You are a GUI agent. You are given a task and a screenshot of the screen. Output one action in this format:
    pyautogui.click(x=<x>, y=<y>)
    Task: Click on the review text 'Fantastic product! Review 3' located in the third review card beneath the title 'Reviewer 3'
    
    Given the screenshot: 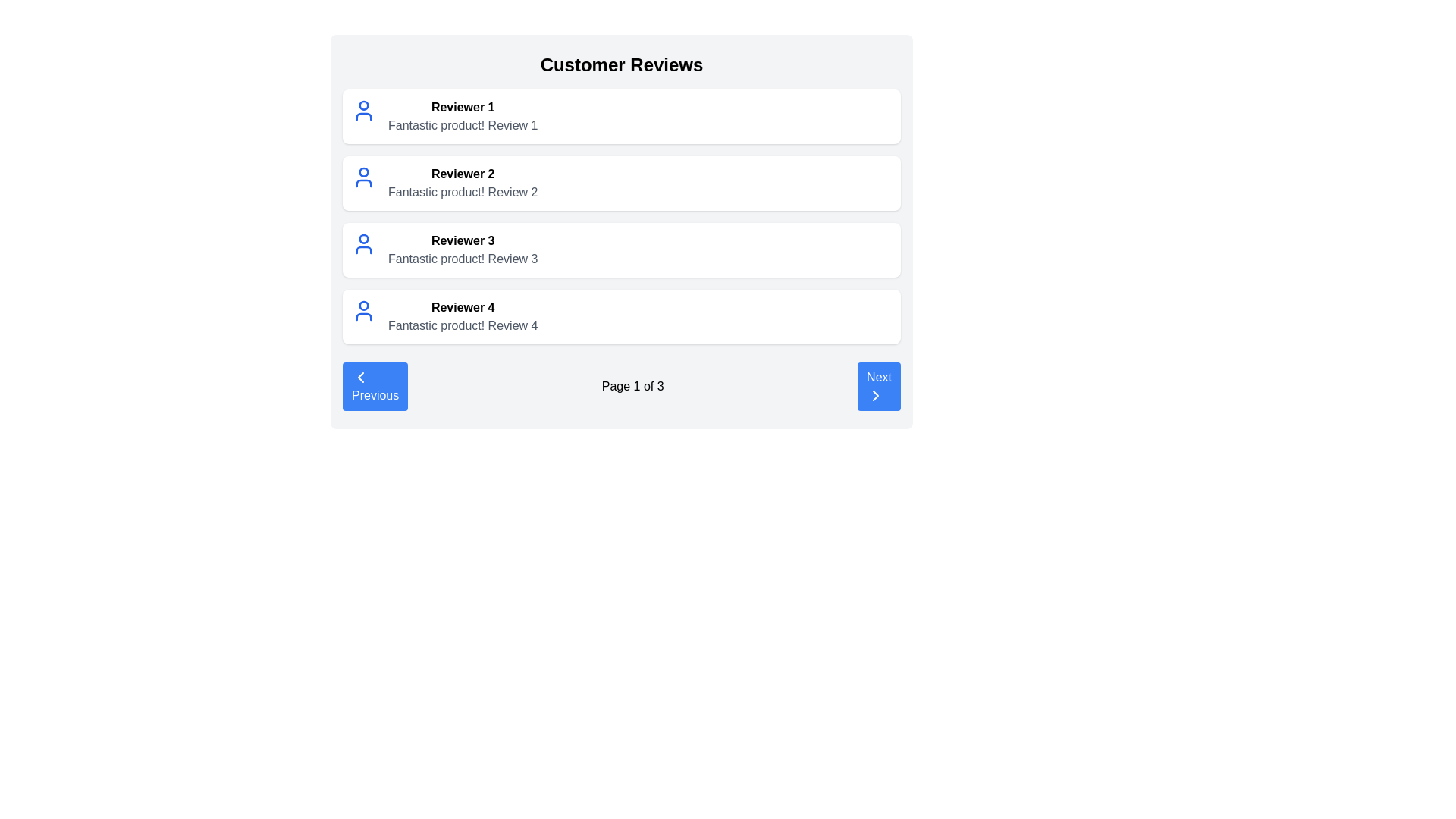 What is the action you would take?
    pyautogui.click(x=462, y=249)
    